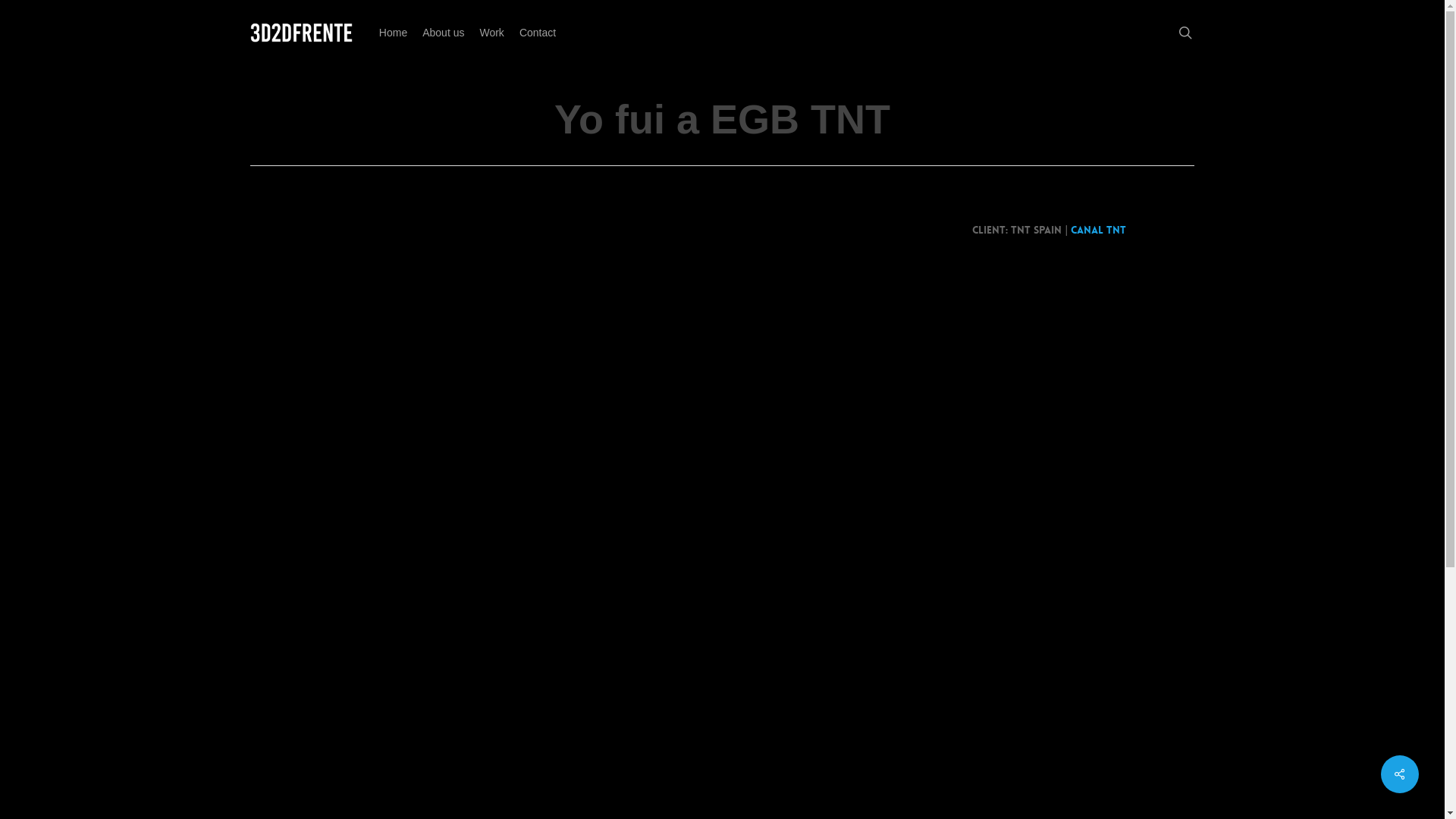  Describe the element at coordinates (442, 32) in the screenshot. I see `'About us'` at that location.